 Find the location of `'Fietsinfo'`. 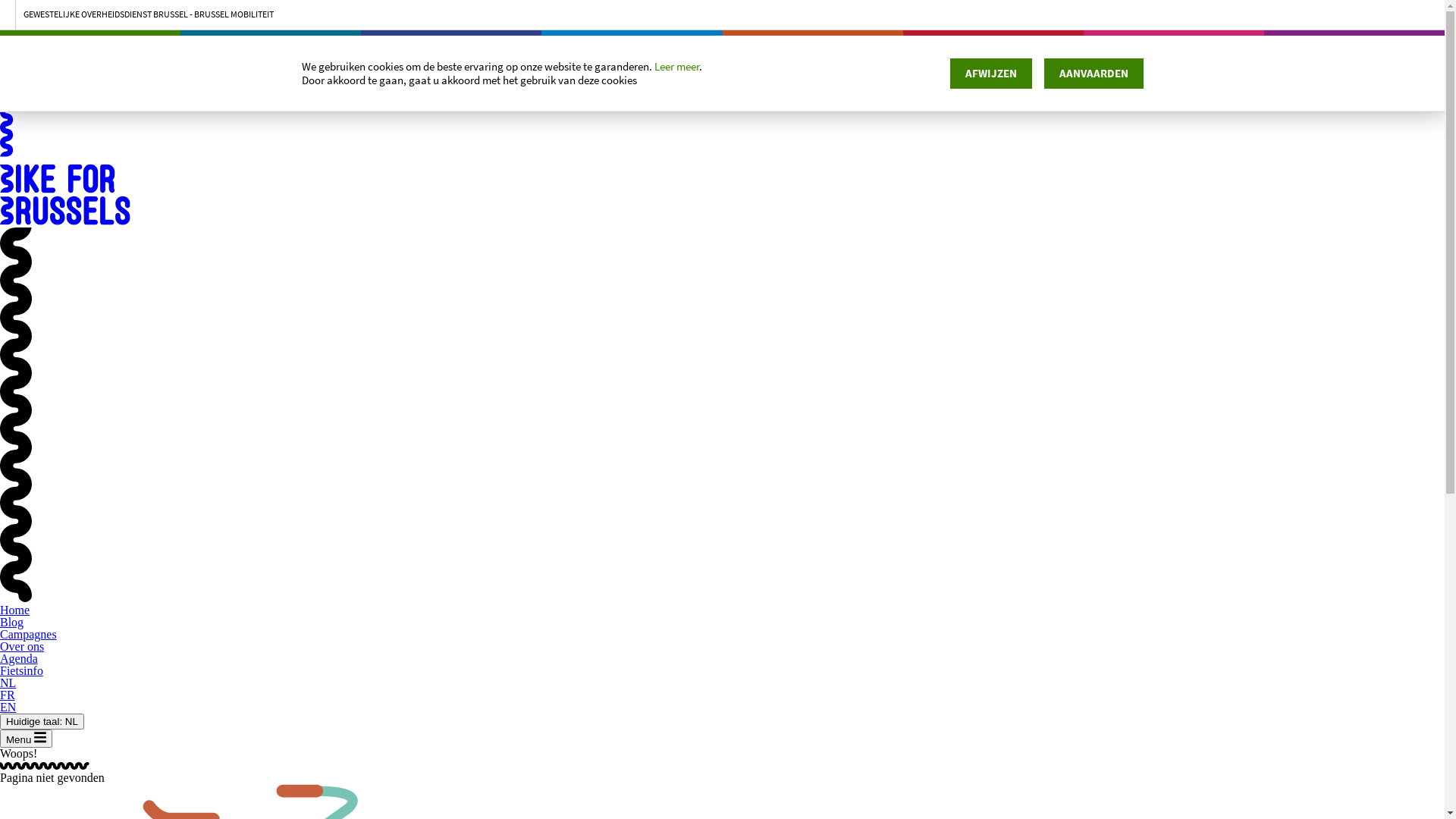

'Fietsinfo' is located at coordinates (0, 670).